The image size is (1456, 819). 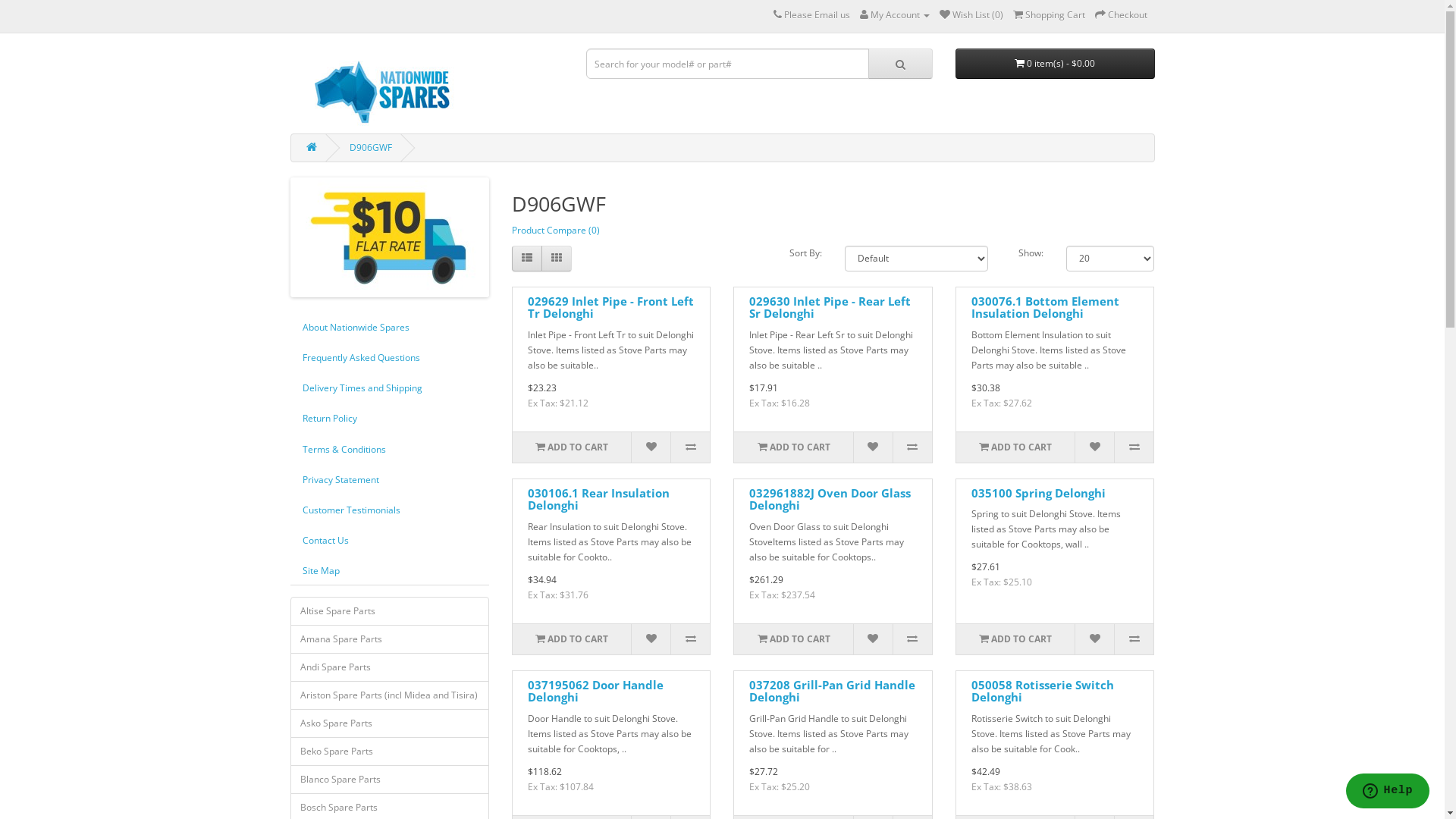 What do you see at coordinates (1121, 14) in the screenshot?
I see `'Checkout'` at bounding box center [1121, 14].